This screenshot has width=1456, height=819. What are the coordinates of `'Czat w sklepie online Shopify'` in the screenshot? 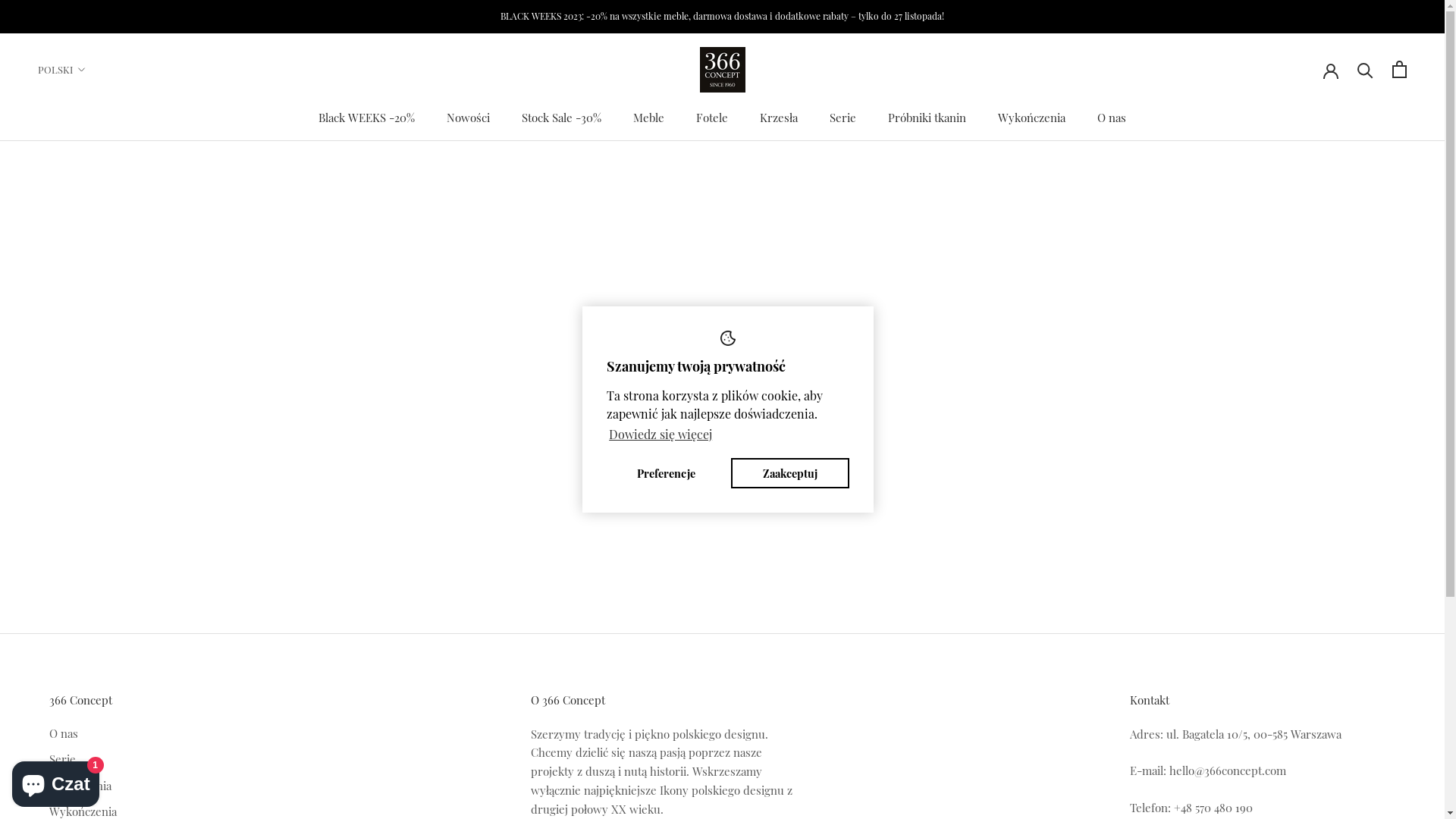 It's located at (55, 780).